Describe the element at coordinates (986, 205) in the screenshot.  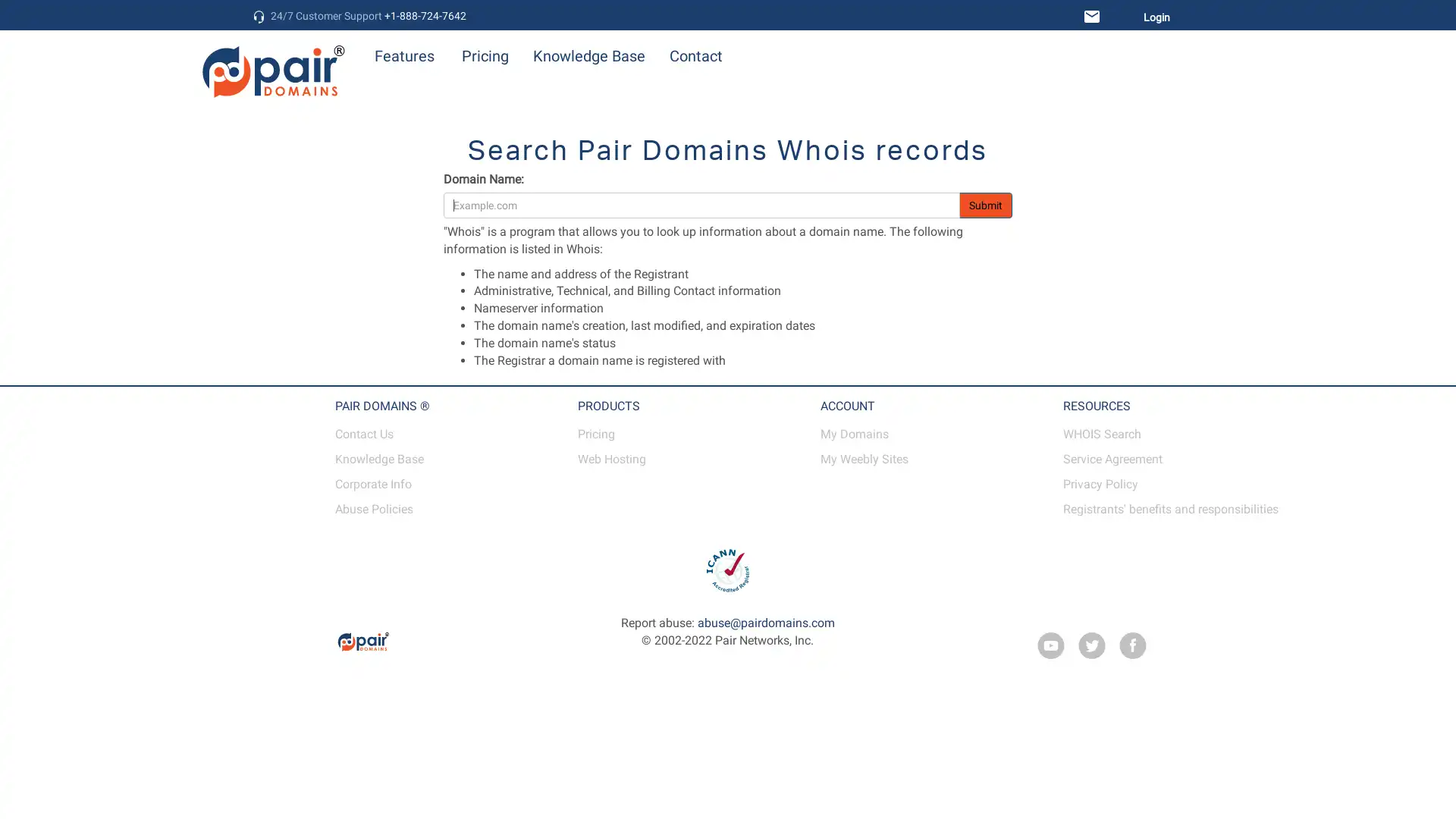
I see `Submit` at that location.